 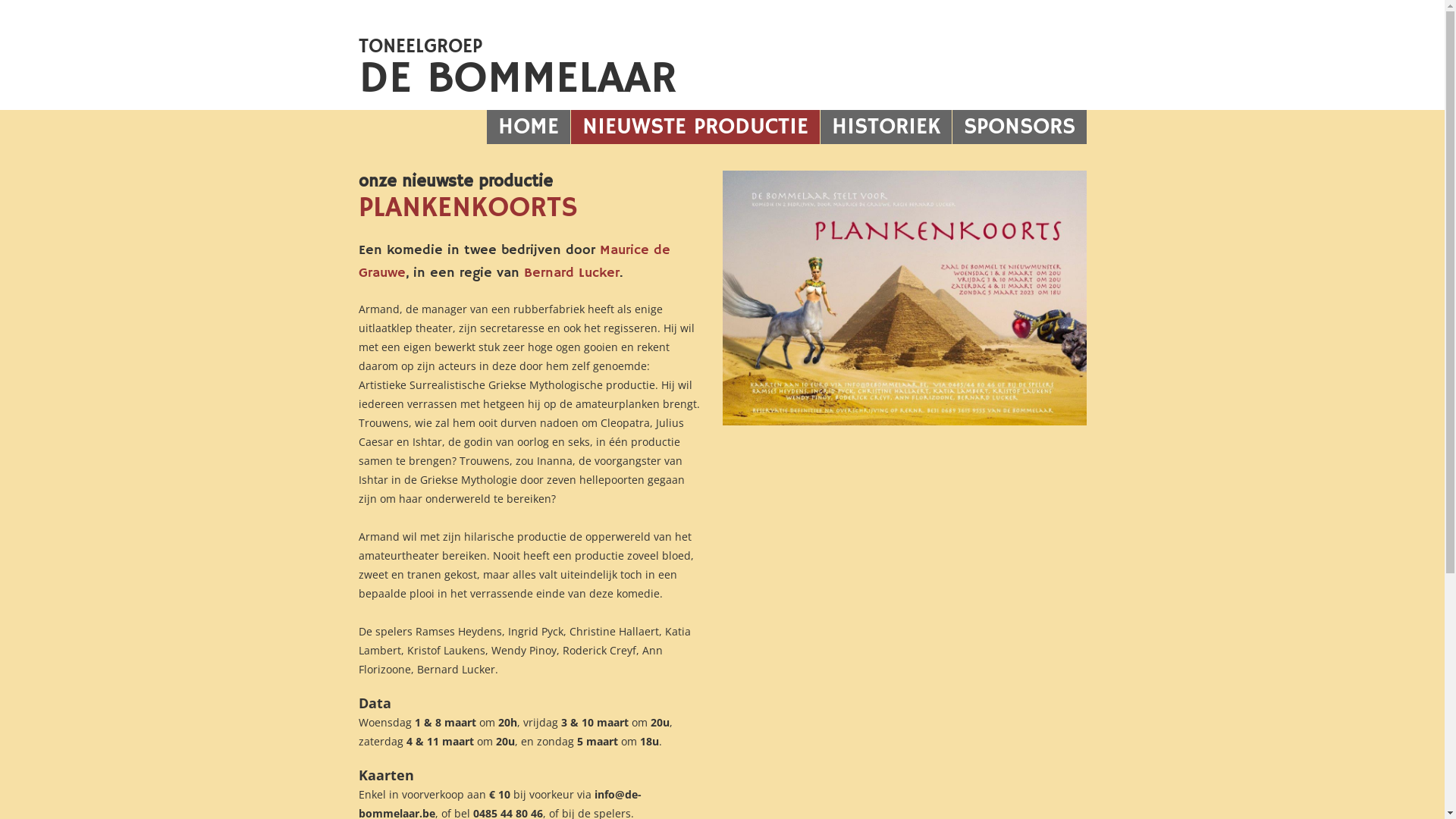 What do you see at coordinates (886, 126) in the screenshot?
I see `'HISTORIEK'` at bounding box center [886, 126].